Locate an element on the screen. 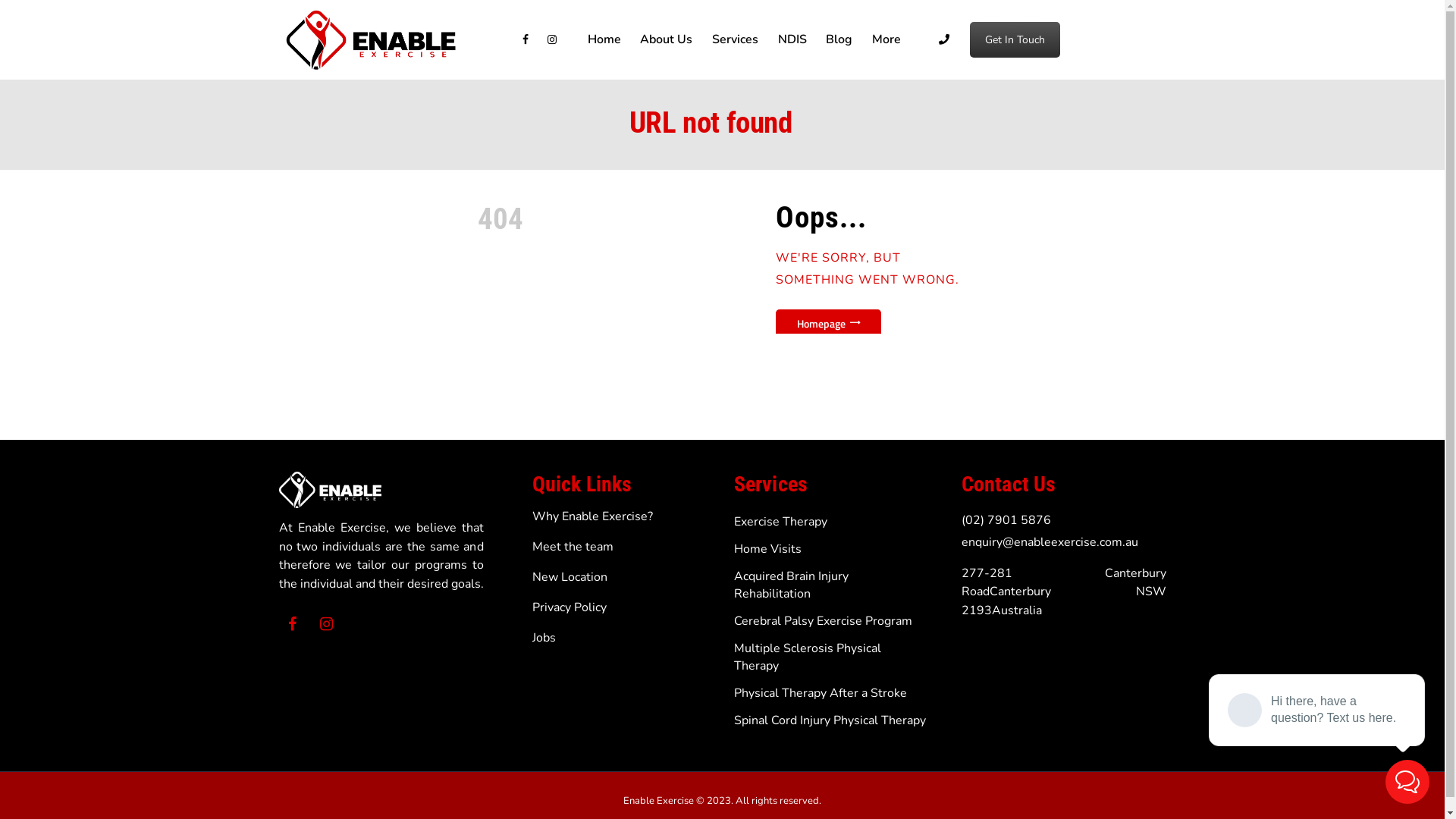 Image resolution: width=1456 pixels, height=819 pixels. 'Meet the team' is located at coordinates (572, 547).